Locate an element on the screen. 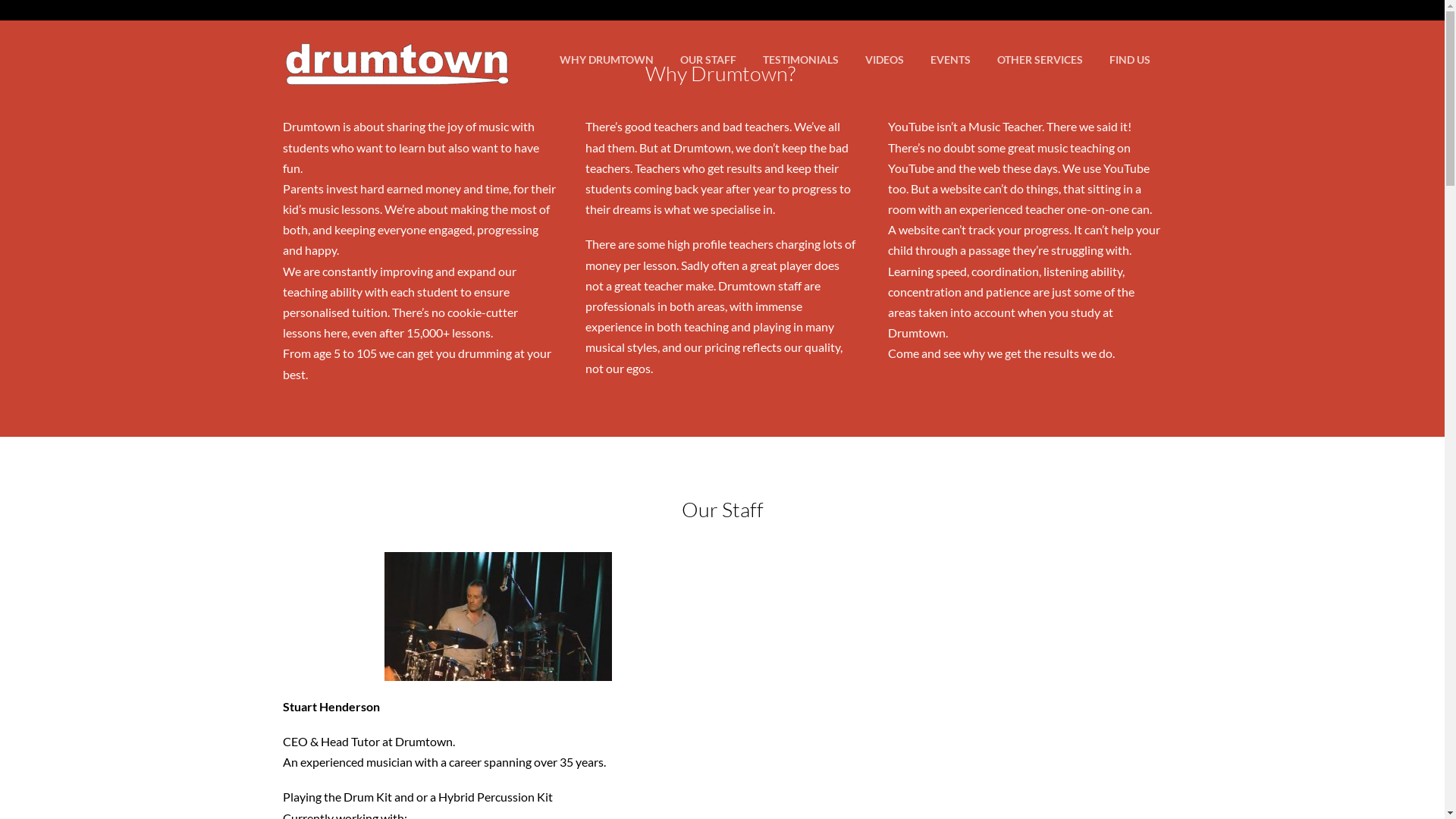 This screenshot has width=1456, height=819. 'EVENTS' is located at coordinates (916, 59).